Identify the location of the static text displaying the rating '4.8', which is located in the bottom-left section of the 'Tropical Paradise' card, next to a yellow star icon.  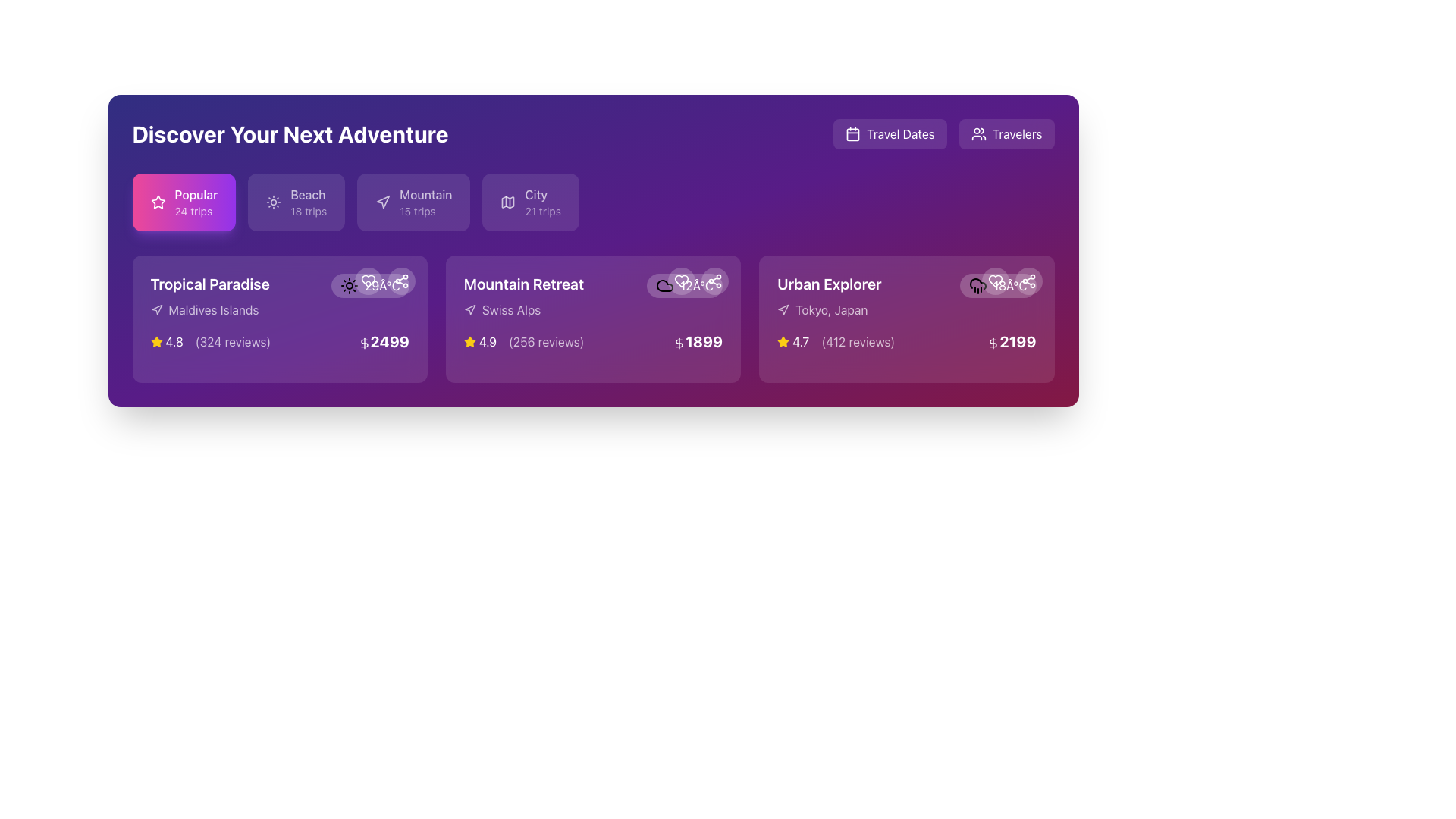
(174, 342).